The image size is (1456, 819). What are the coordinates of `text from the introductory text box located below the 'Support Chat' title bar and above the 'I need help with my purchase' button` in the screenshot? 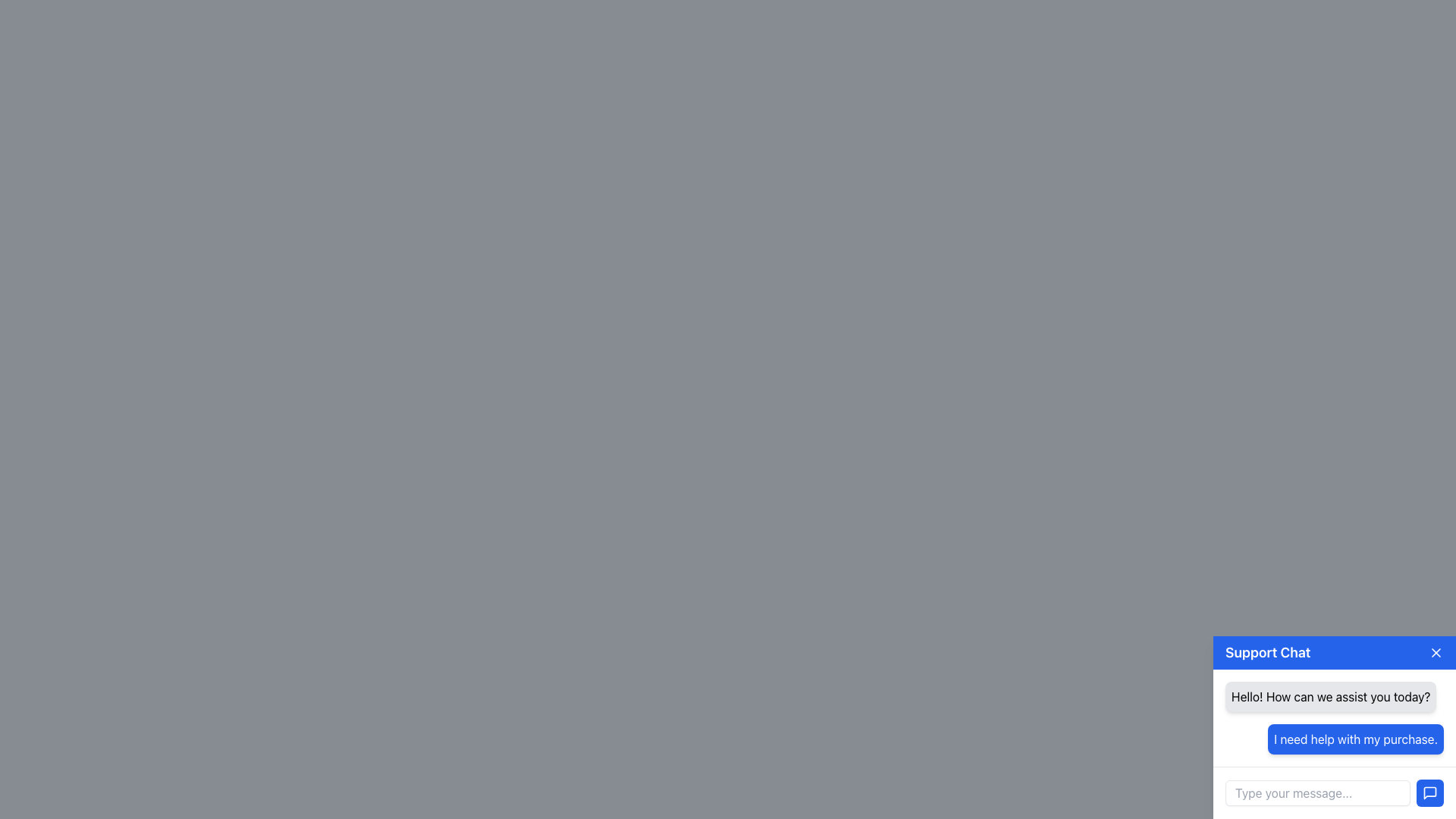 It's located at (1330, 696).